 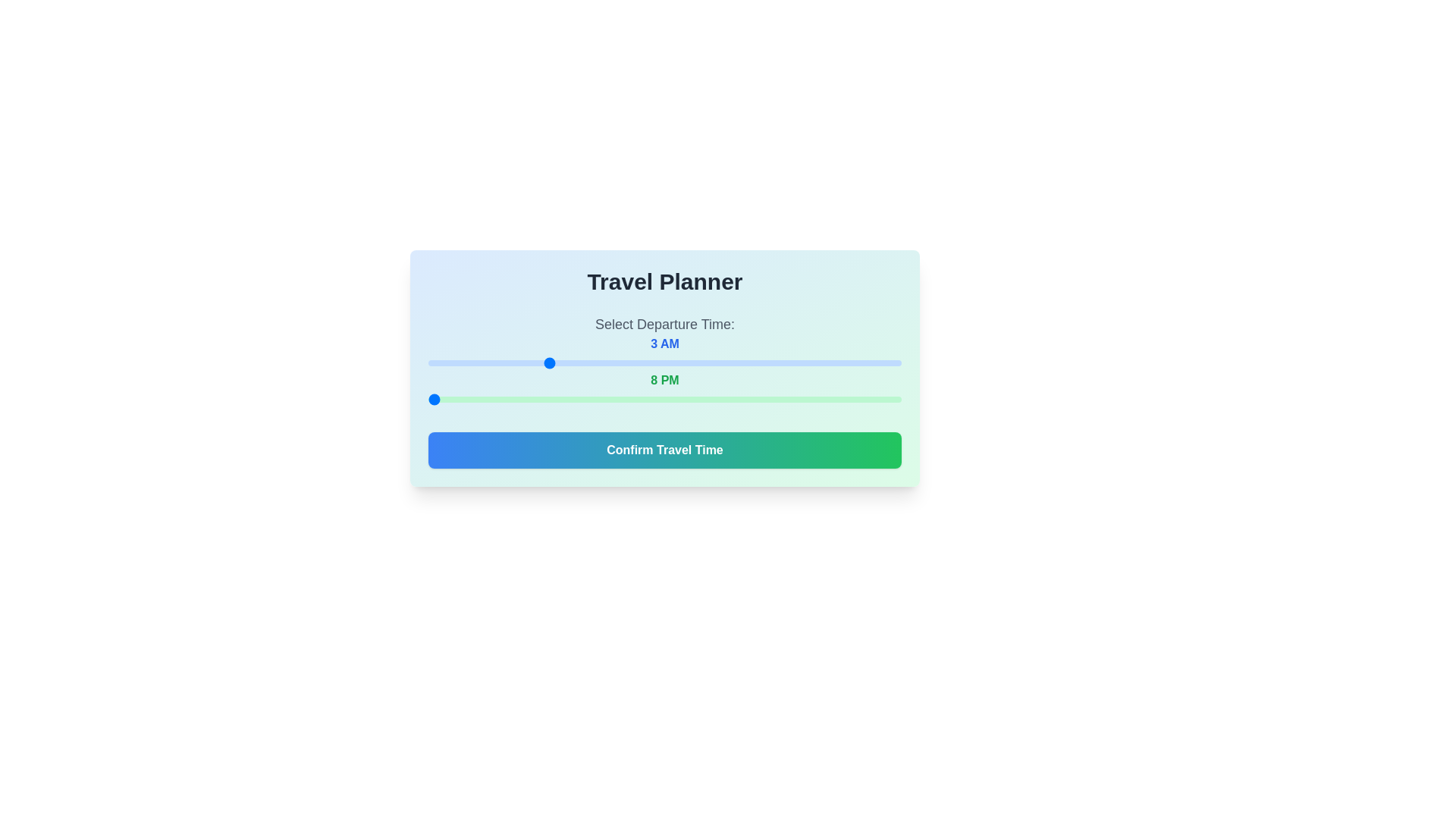 I want to click on the slider value, so click(x=585, y=399).